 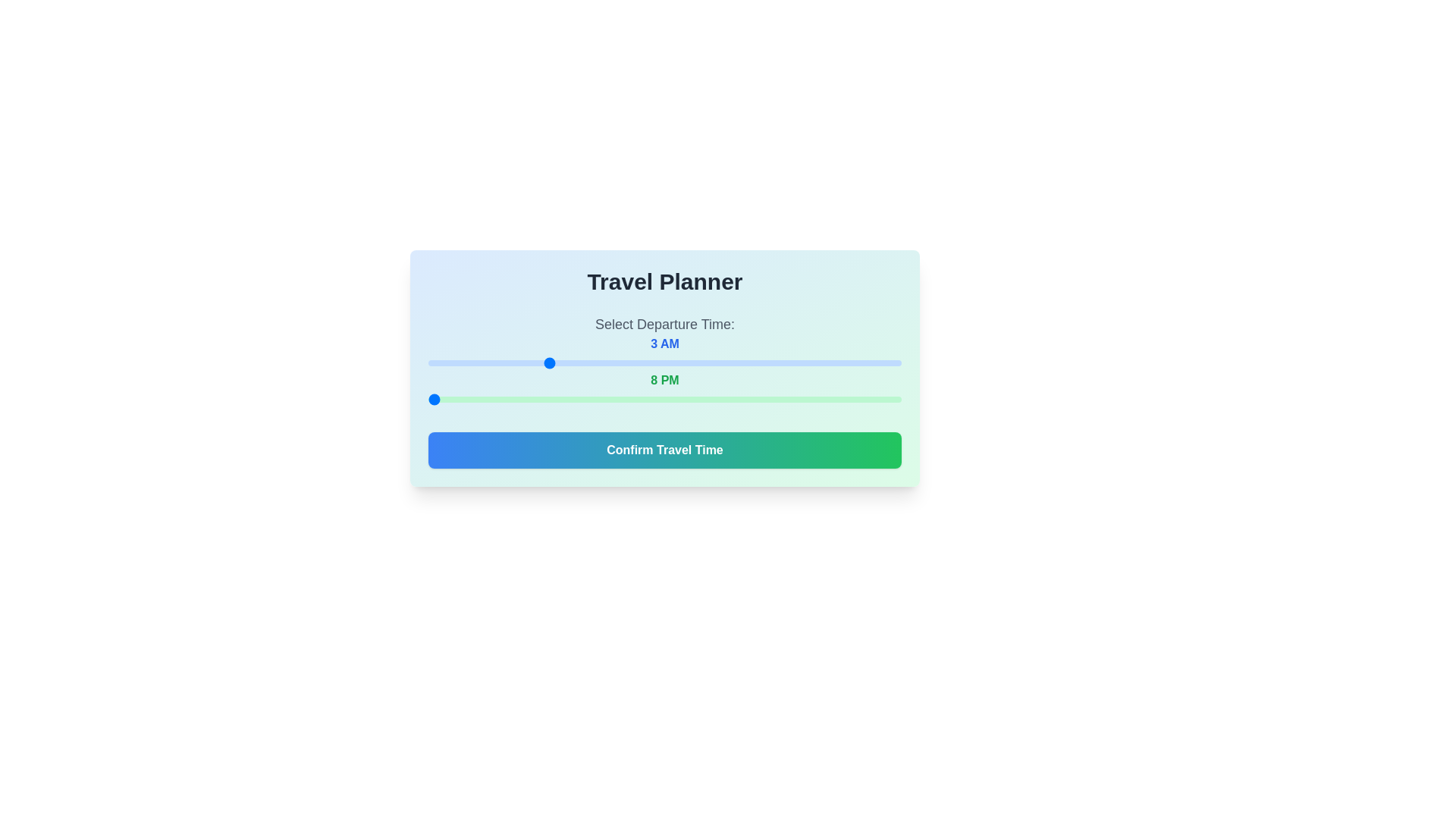 I want to click on the slider value, so click(x=585, y=399).